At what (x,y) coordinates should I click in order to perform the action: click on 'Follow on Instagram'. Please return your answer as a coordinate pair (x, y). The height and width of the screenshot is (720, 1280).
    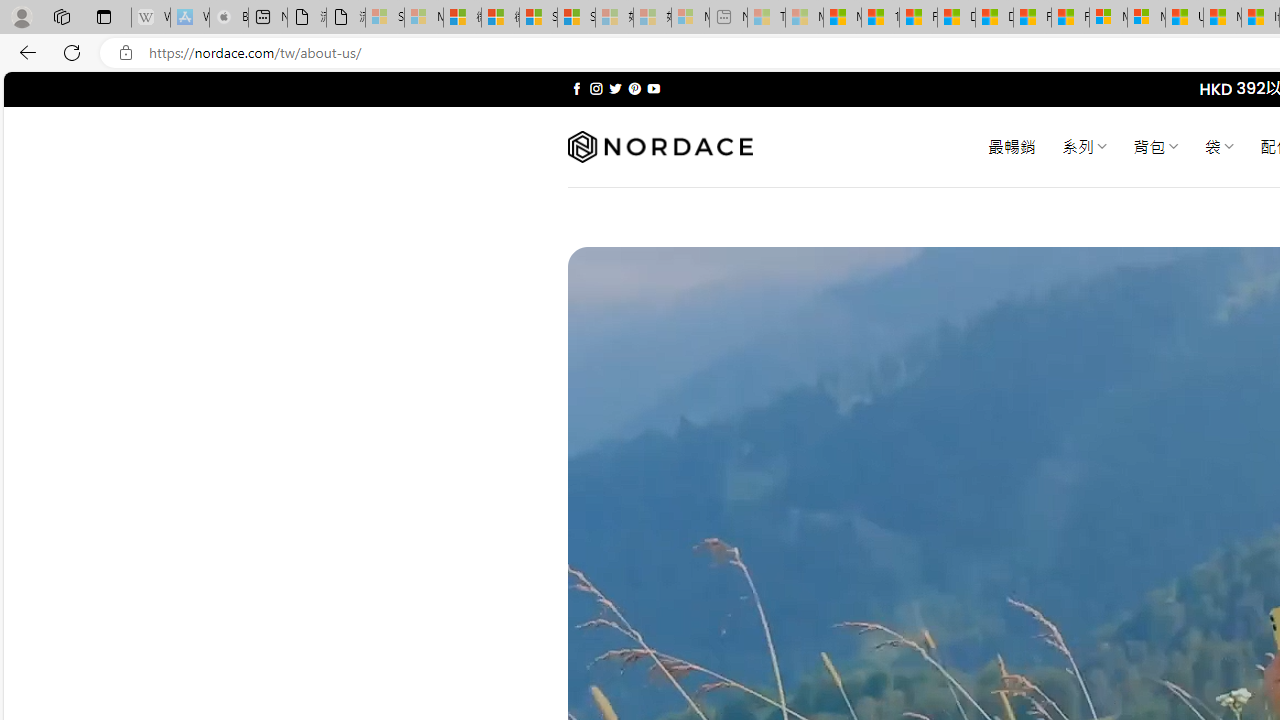
    Looking at the image, I should click on (595, 88).